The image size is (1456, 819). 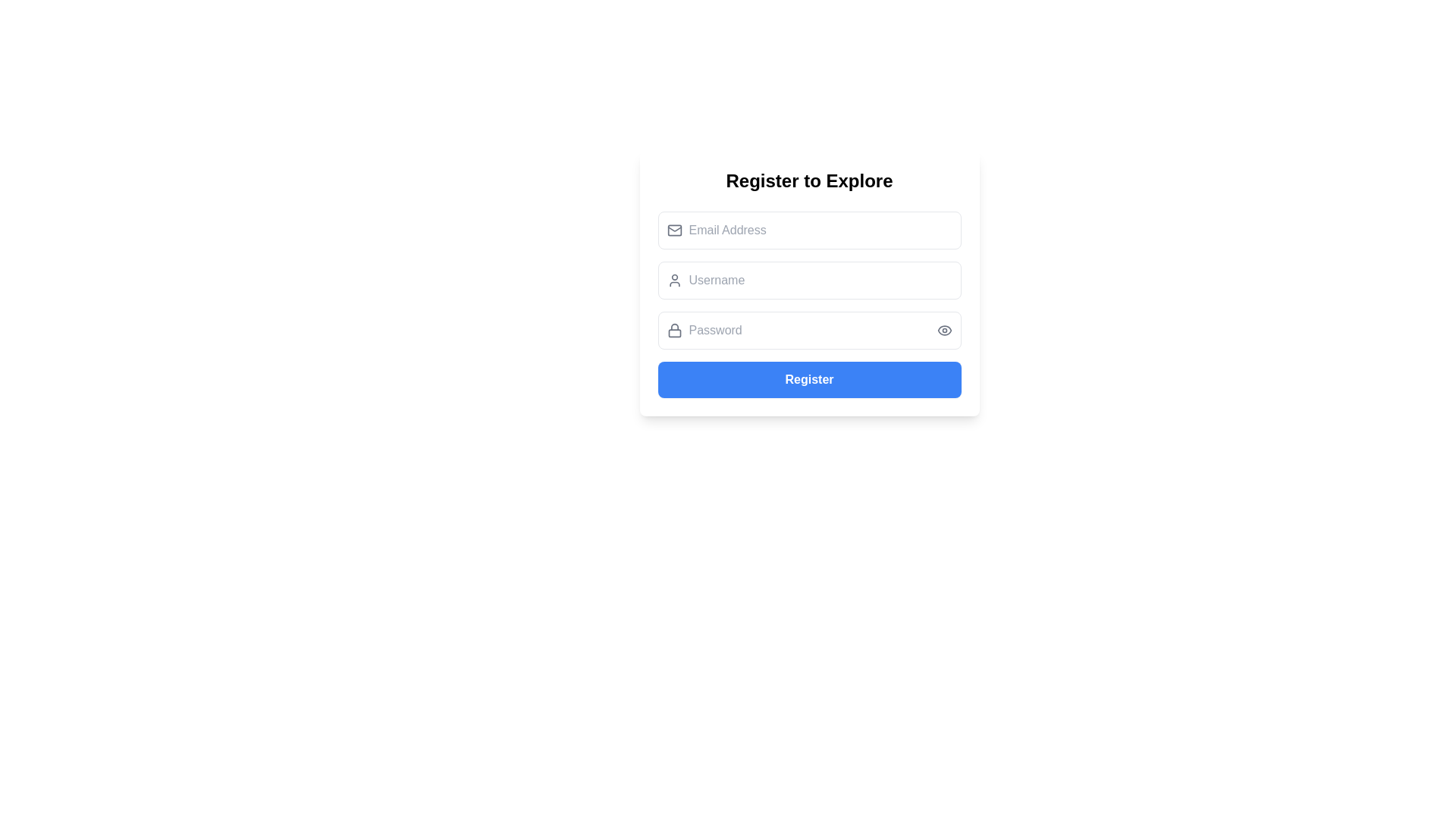 I want to click on the curved line resembling a part of an envelope flap within the email address input field of the registration form, so click(x=673, y=229).